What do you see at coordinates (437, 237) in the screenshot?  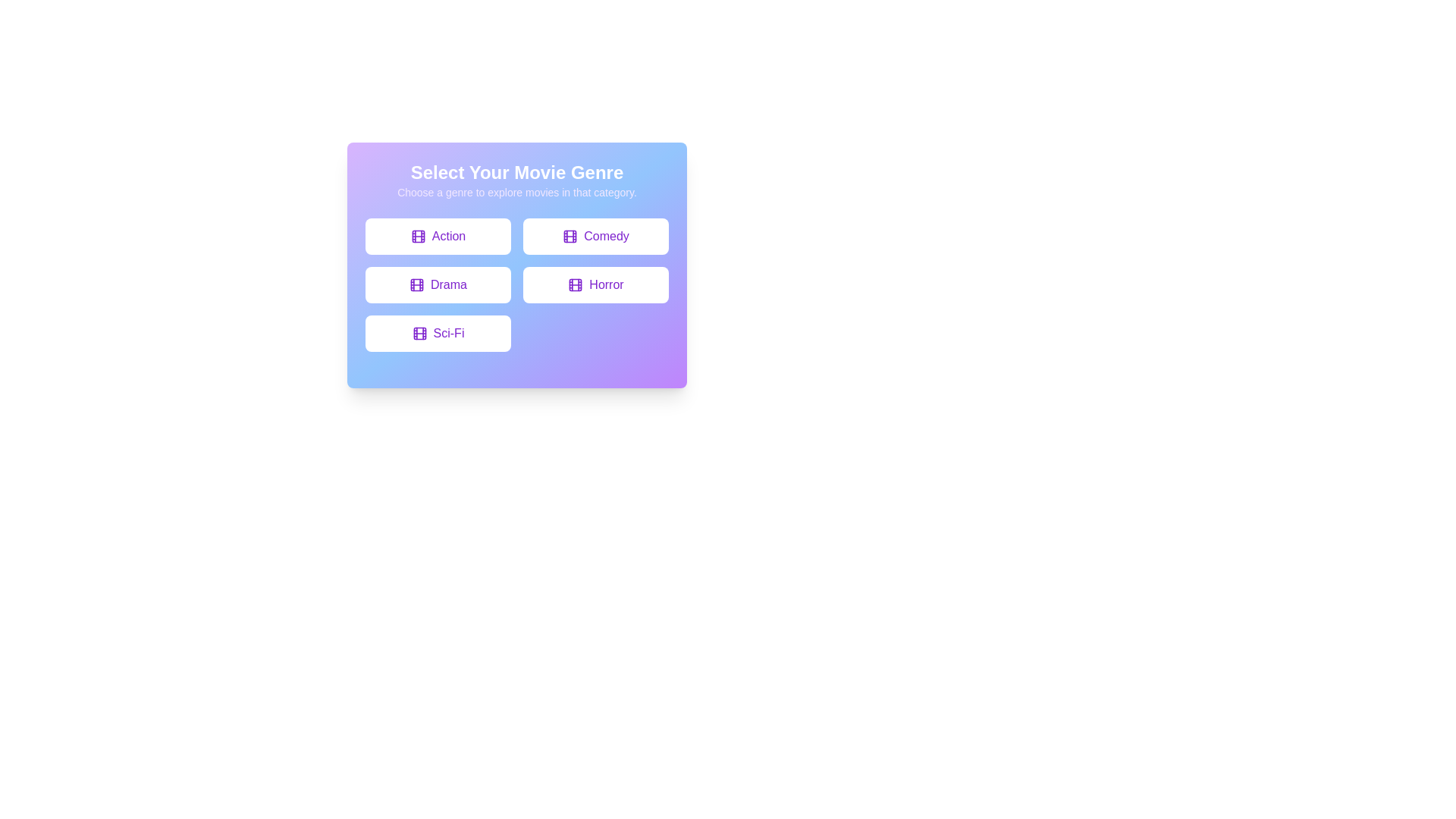 I see `the button corresponding to the genre Action` at bounding box center [437, 237].